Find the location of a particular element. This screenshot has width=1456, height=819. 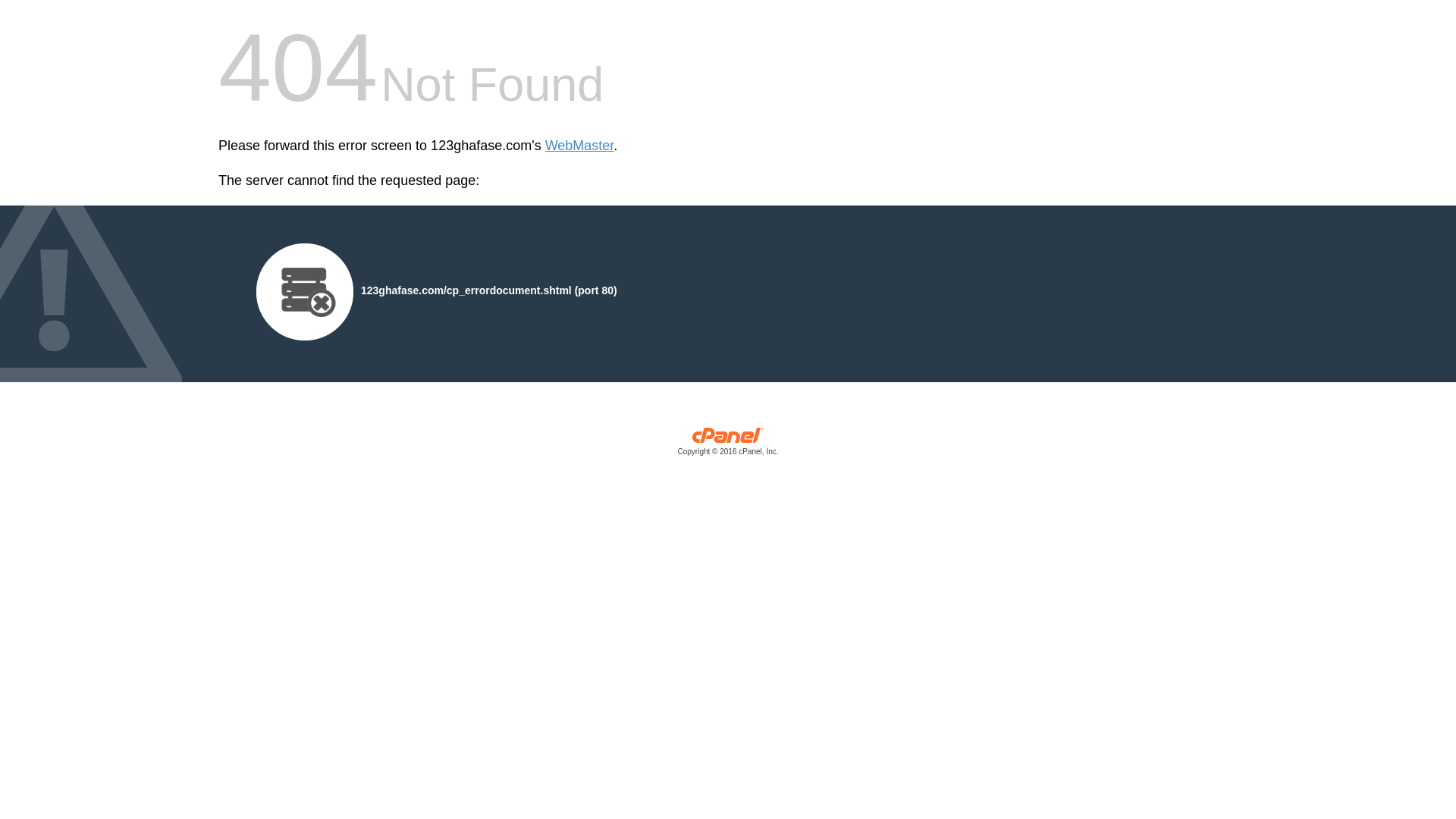

'WebMaster' is located at coordinates (579, 146).